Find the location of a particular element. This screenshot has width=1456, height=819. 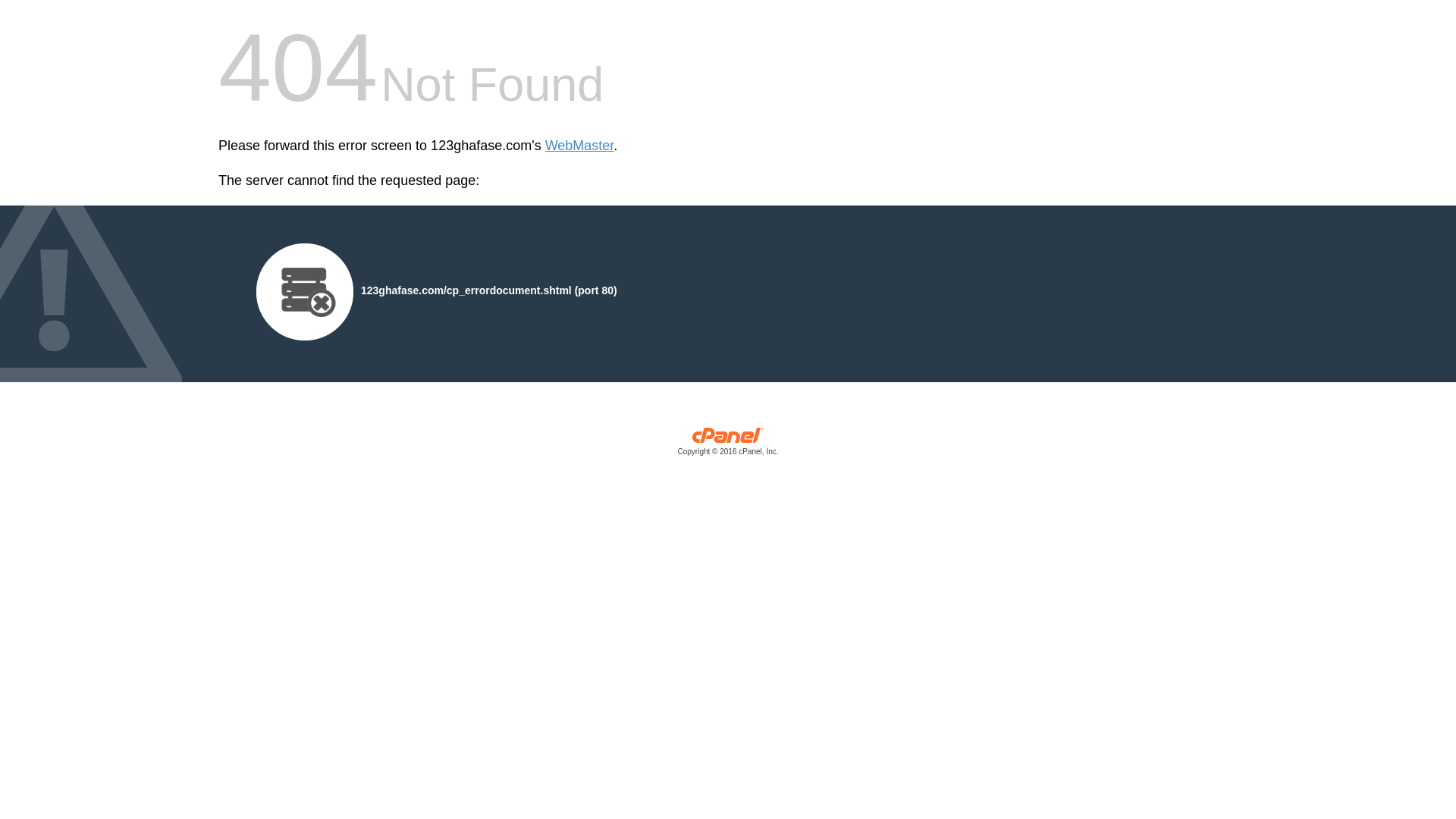

'WebMaster' is located at coordinates (579, 146).